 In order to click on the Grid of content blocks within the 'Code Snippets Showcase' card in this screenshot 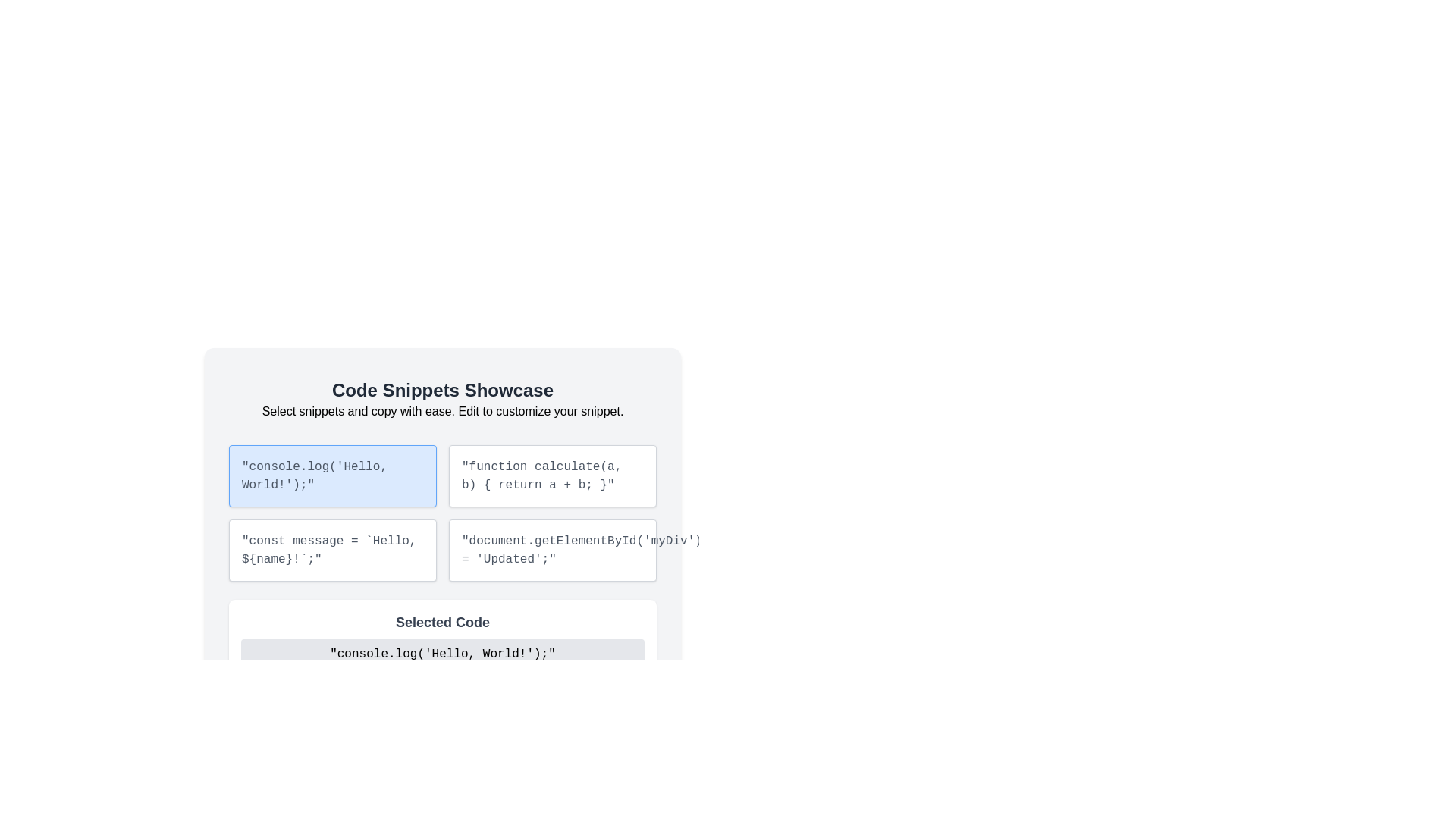, I will do `click(442, 513)`.